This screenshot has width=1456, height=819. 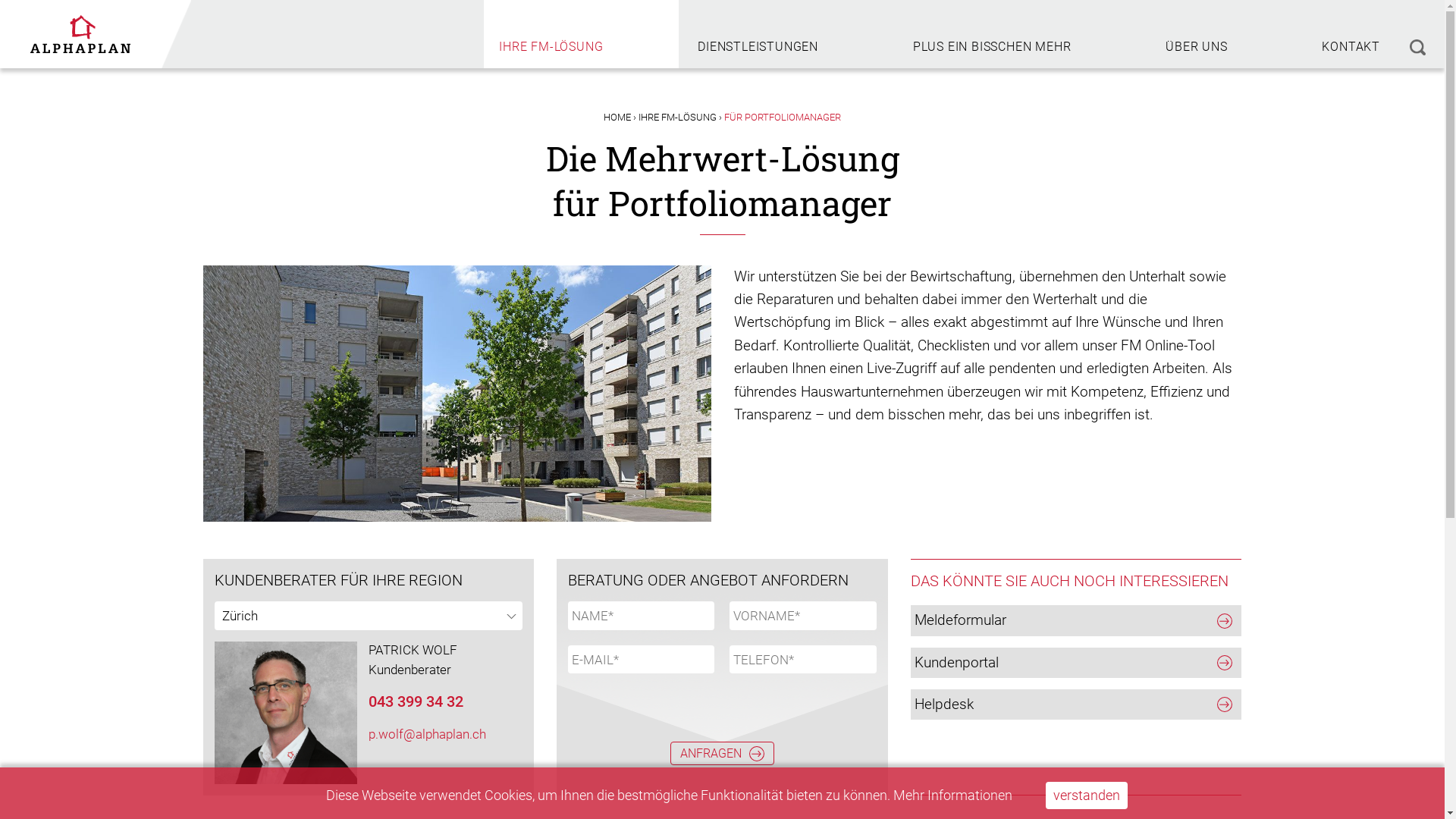 I want to click on 'p.wolf@alphaplan.ch', so click(x=426, y=733).